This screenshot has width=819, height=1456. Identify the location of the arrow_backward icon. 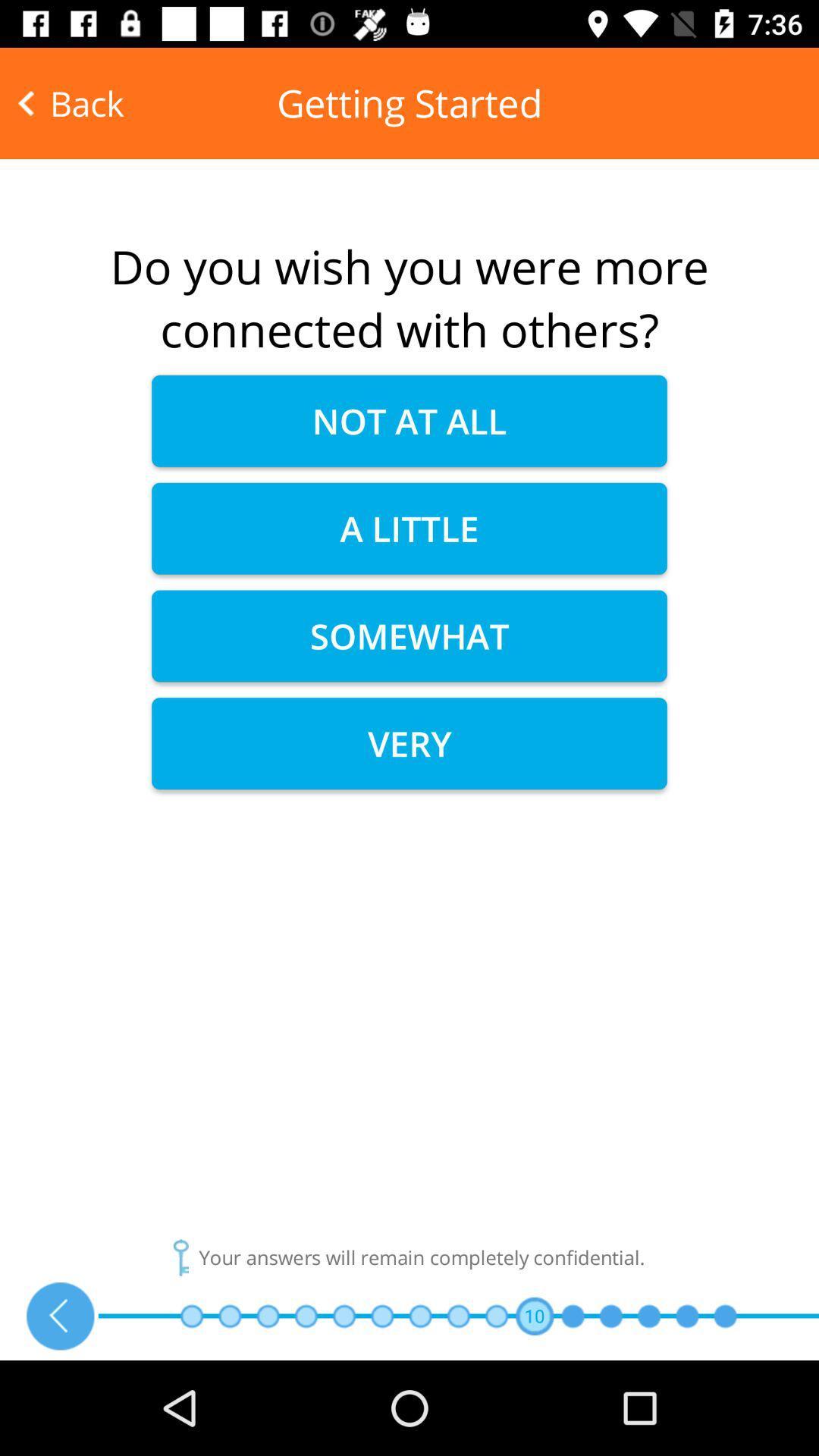
(59, 1315).